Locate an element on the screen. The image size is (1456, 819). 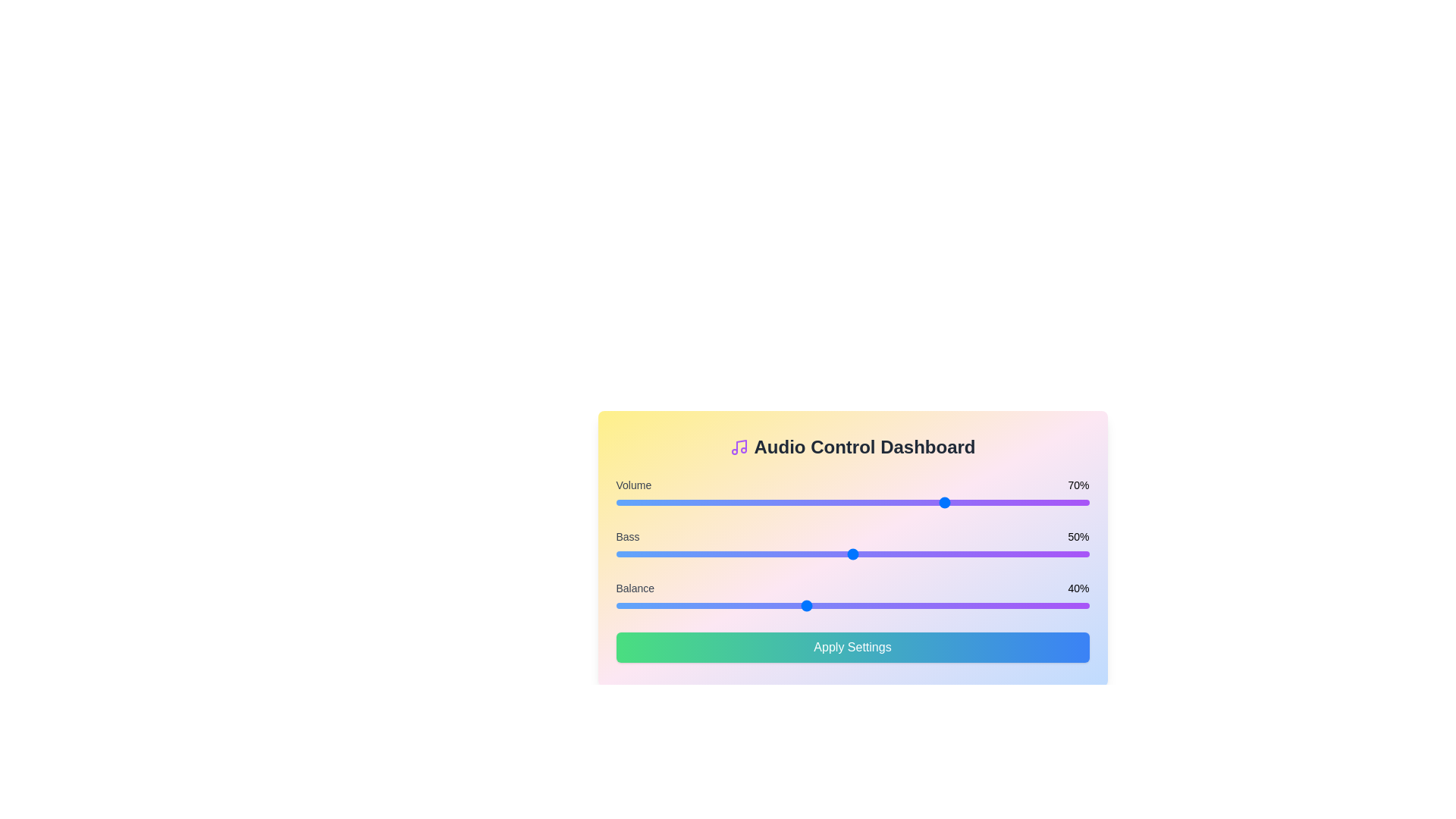
bass is located at coordinates (946, 554).